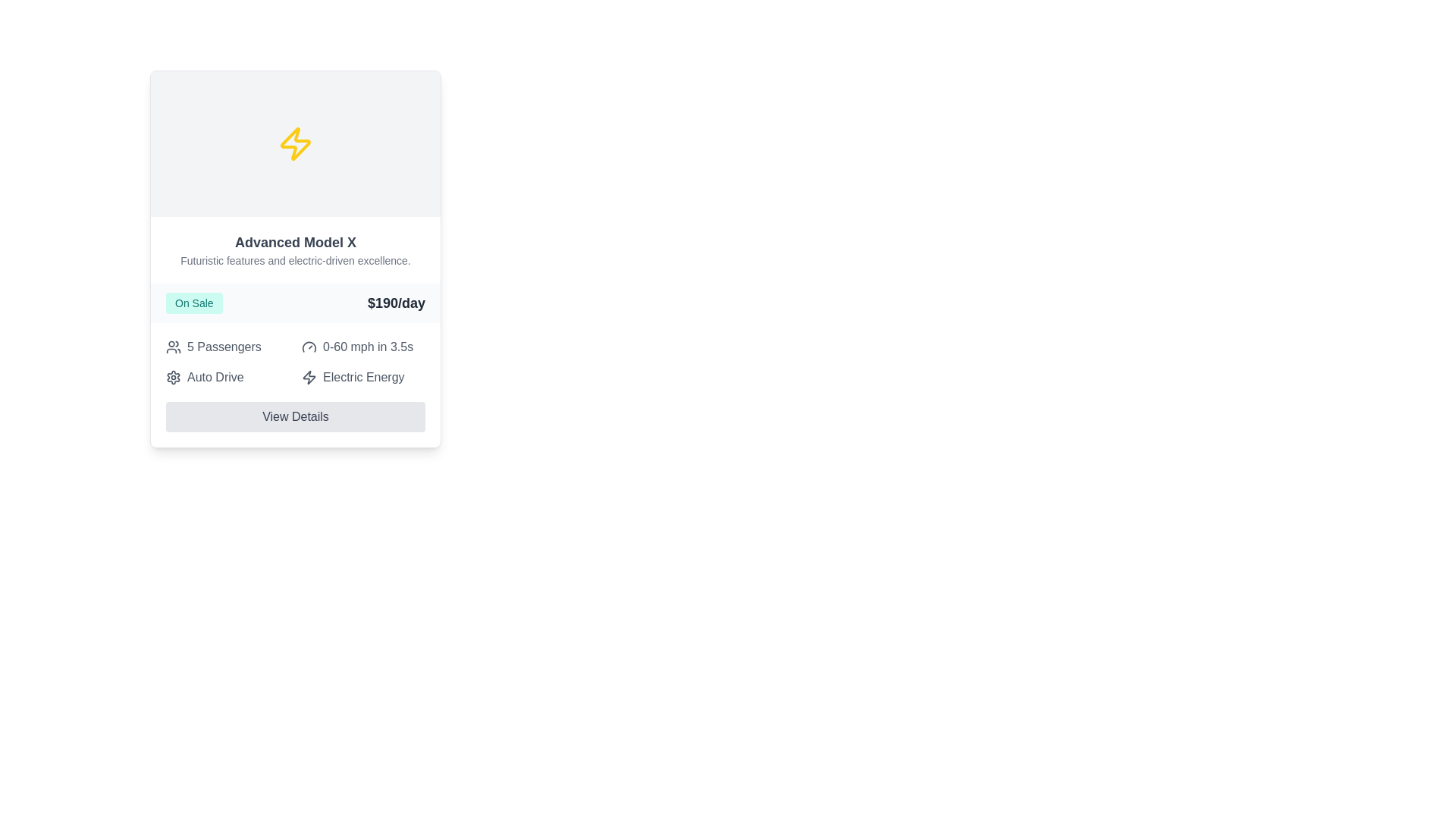  I want to click on the electric-related icon located to the left of the text 'Electric Energy' in the bottom section of the card, so click(309, 376).